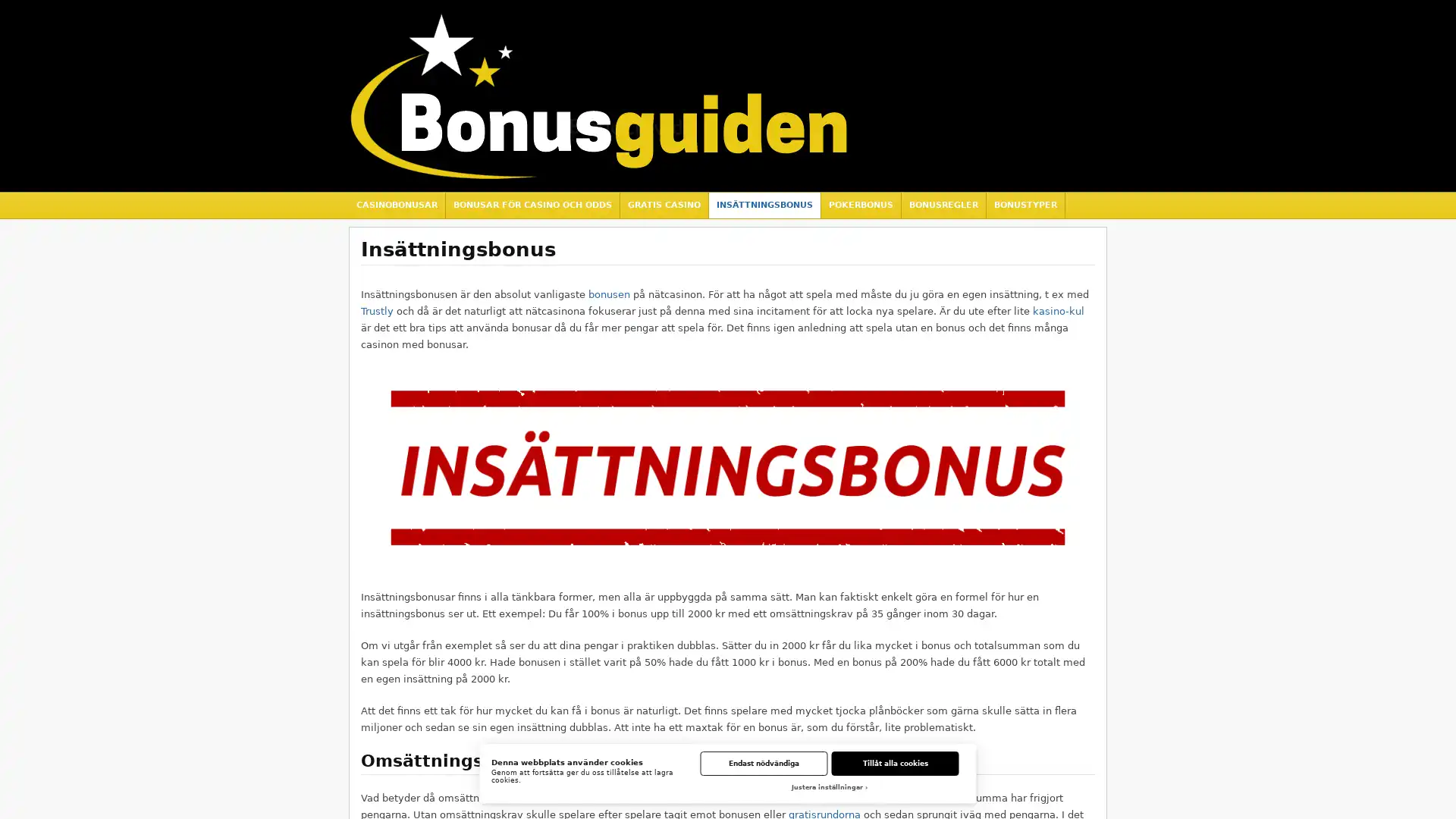 This screenshot has width=1456, height=819. What do you see at coordinates (895, 763) in the screenshot?
I see `Tillat alla cookies` at bounding box center [895, 763].